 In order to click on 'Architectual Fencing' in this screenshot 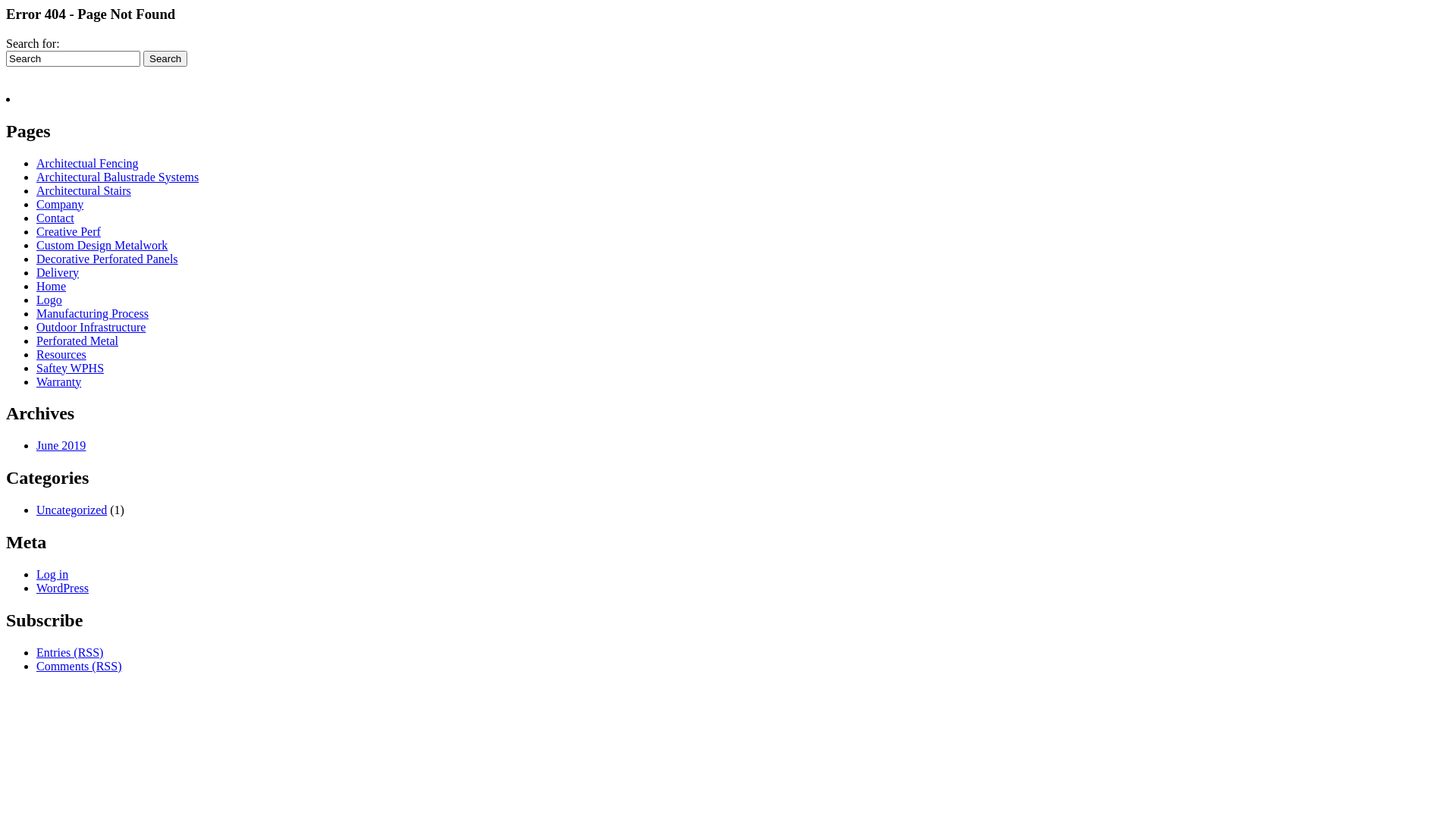, I will do `click(86, 163)`.